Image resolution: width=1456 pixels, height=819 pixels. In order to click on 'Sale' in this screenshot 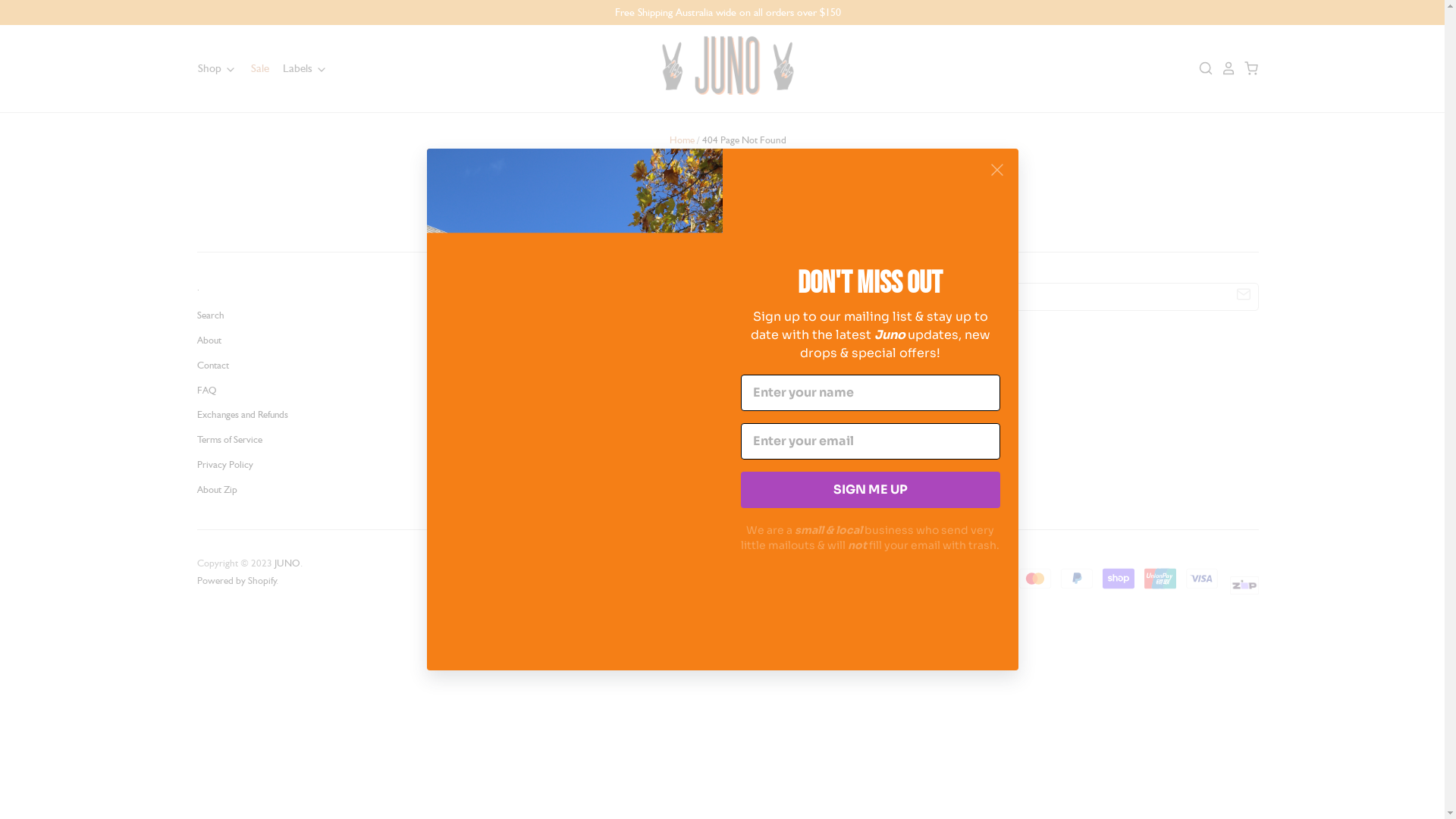, I will do `click(253, 67)`.